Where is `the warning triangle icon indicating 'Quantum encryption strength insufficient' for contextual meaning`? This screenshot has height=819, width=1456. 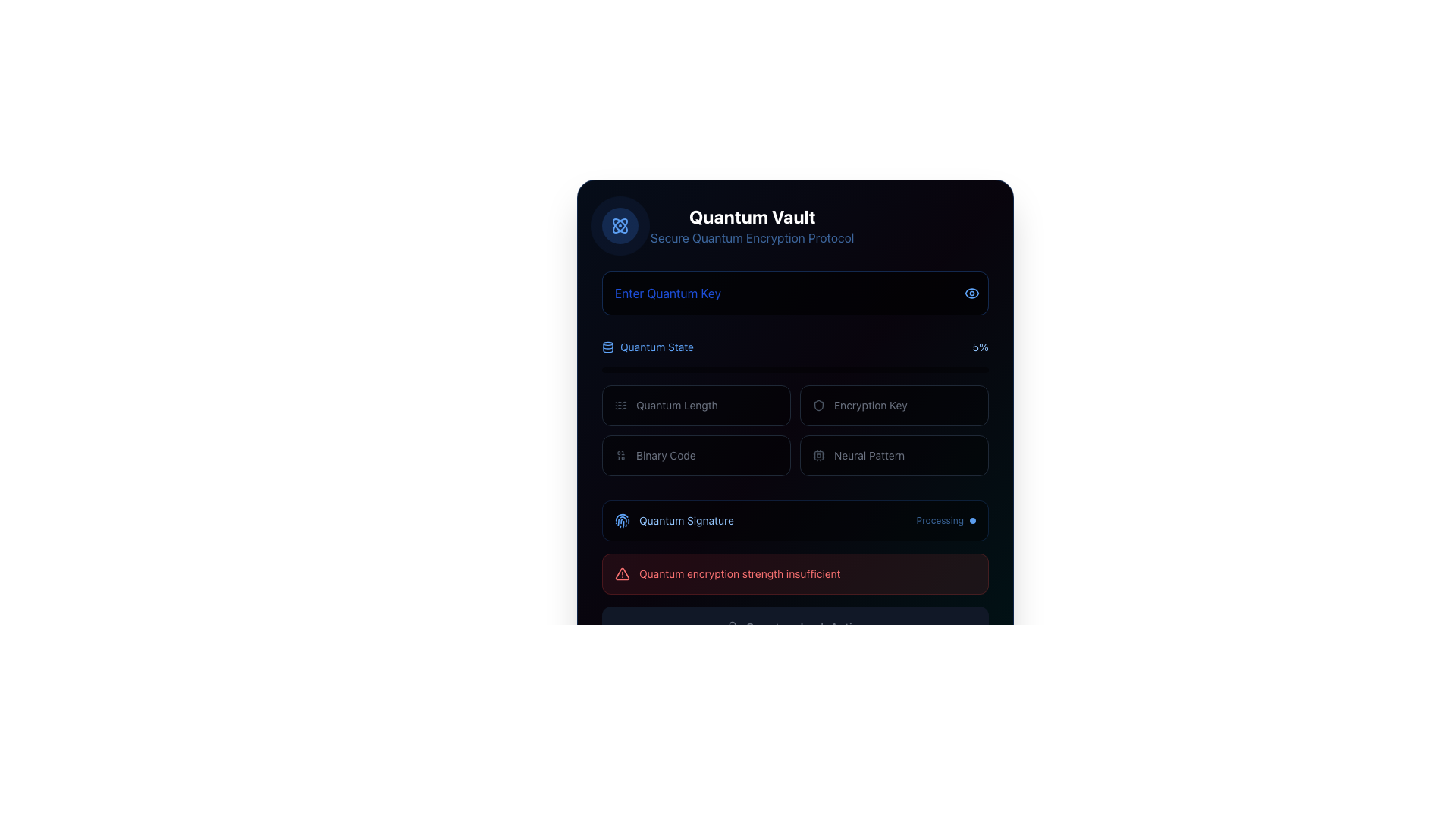 the warning triangle icon indicating 'Quantum encryption strength insufficient' for contextual meaning is located at coordinates (622, 573).